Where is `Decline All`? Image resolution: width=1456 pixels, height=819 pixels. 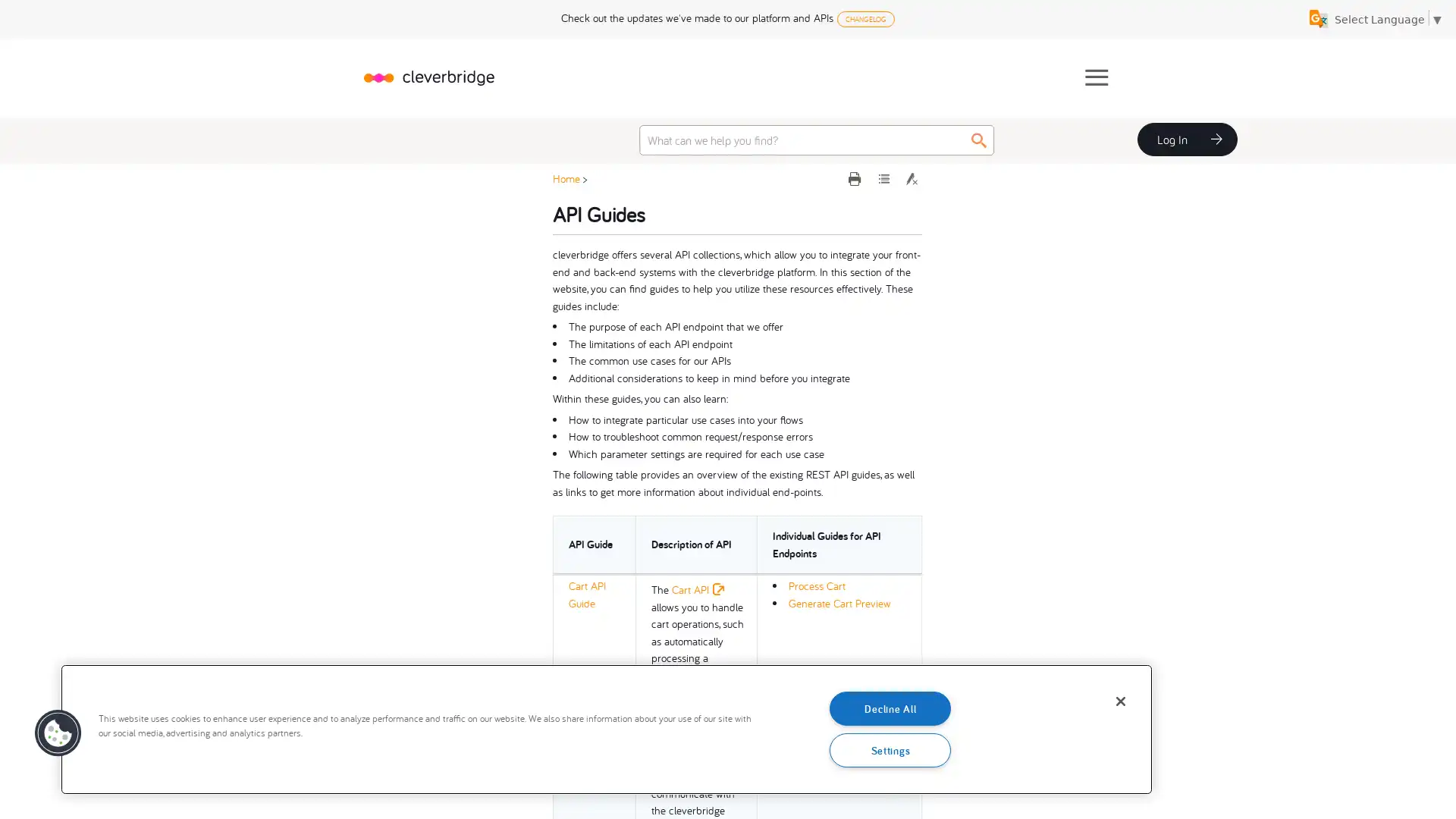 Decline All is located at coordinates (890, 708).